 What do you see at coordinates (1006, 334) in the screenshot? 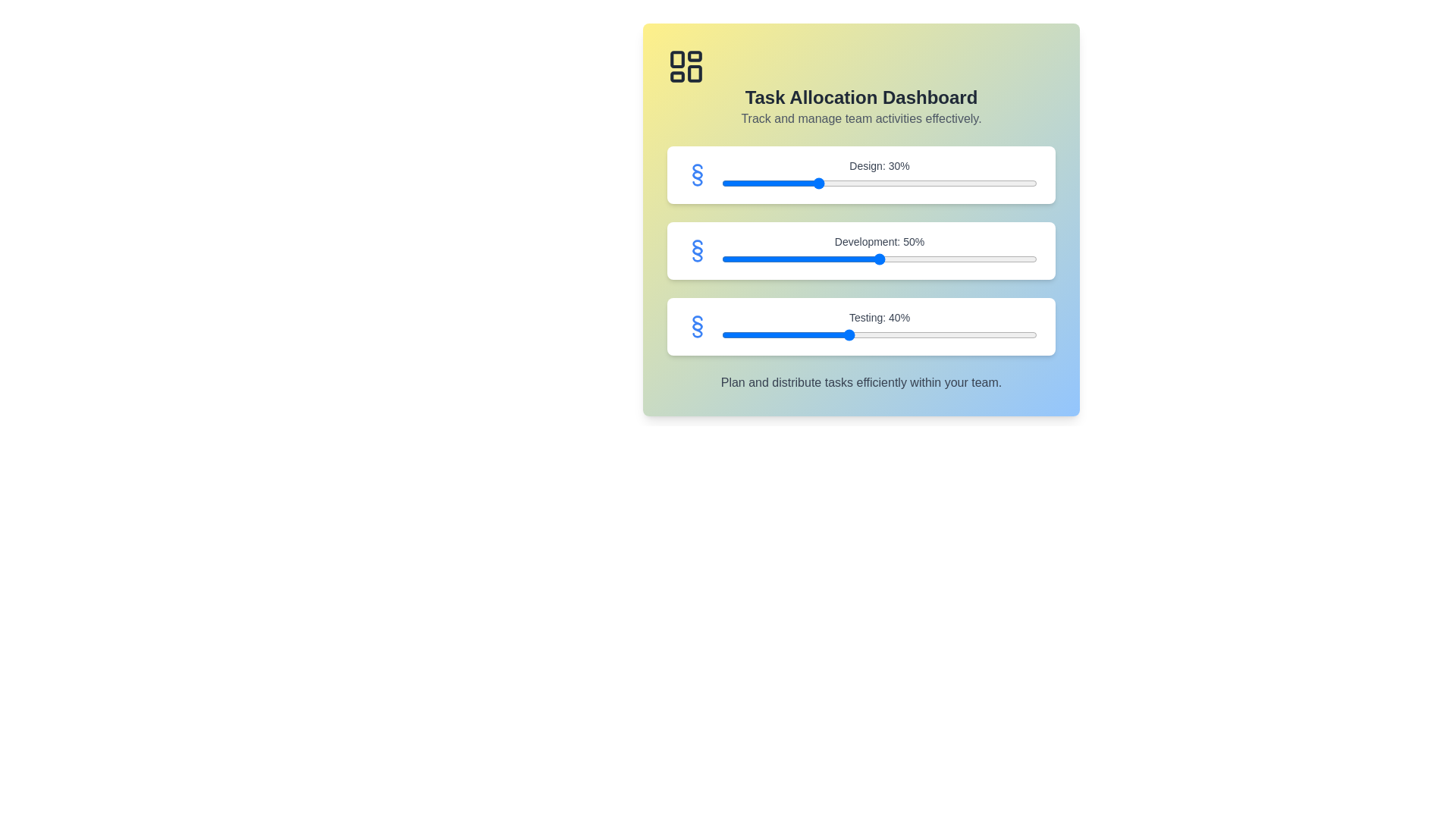
I see `the 'Testing' slider to 90%` at bounding box center [1006, 334].